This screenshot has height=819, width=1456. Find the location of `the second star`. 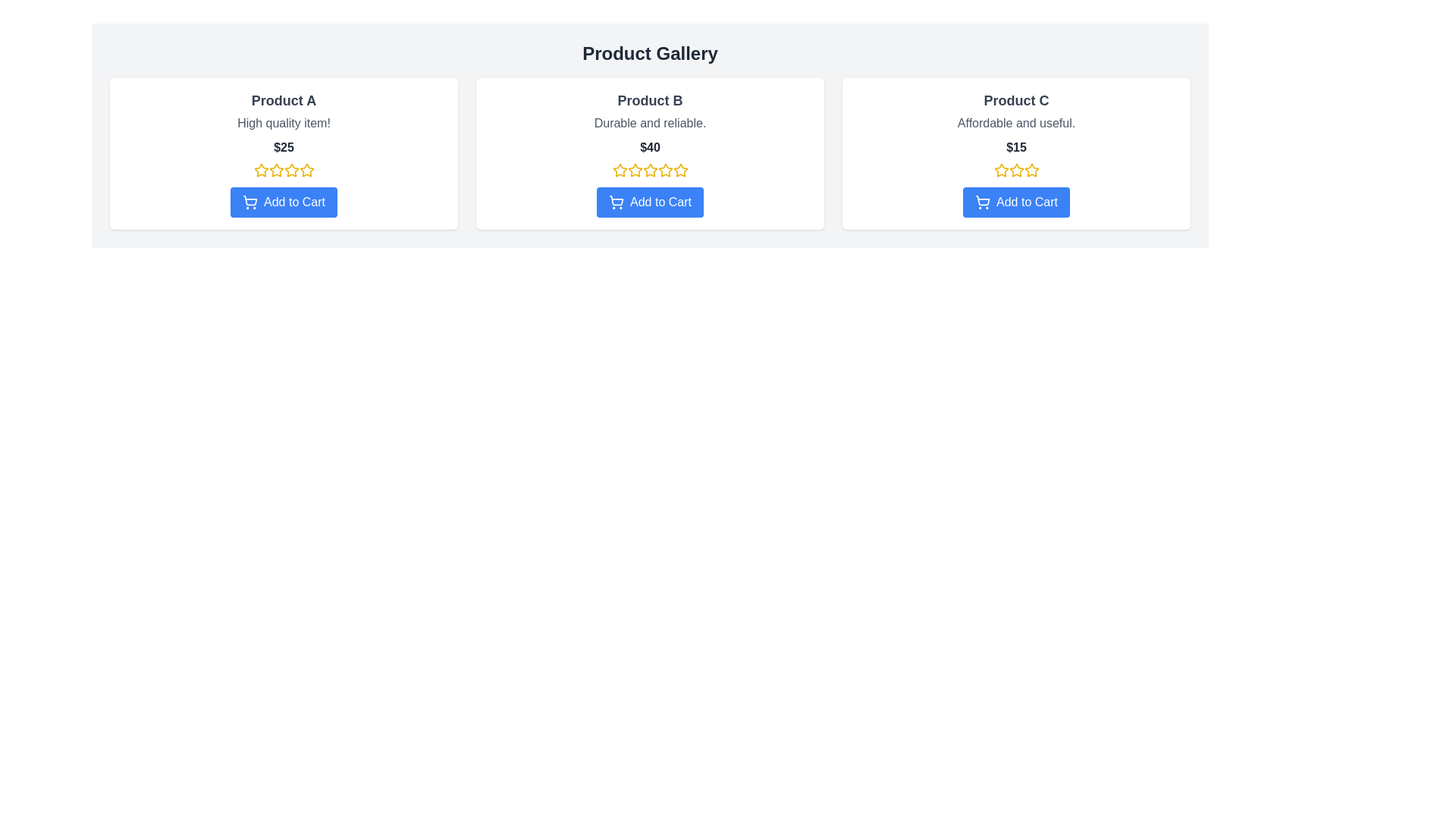

the second star is located at coordinates (306, 170).